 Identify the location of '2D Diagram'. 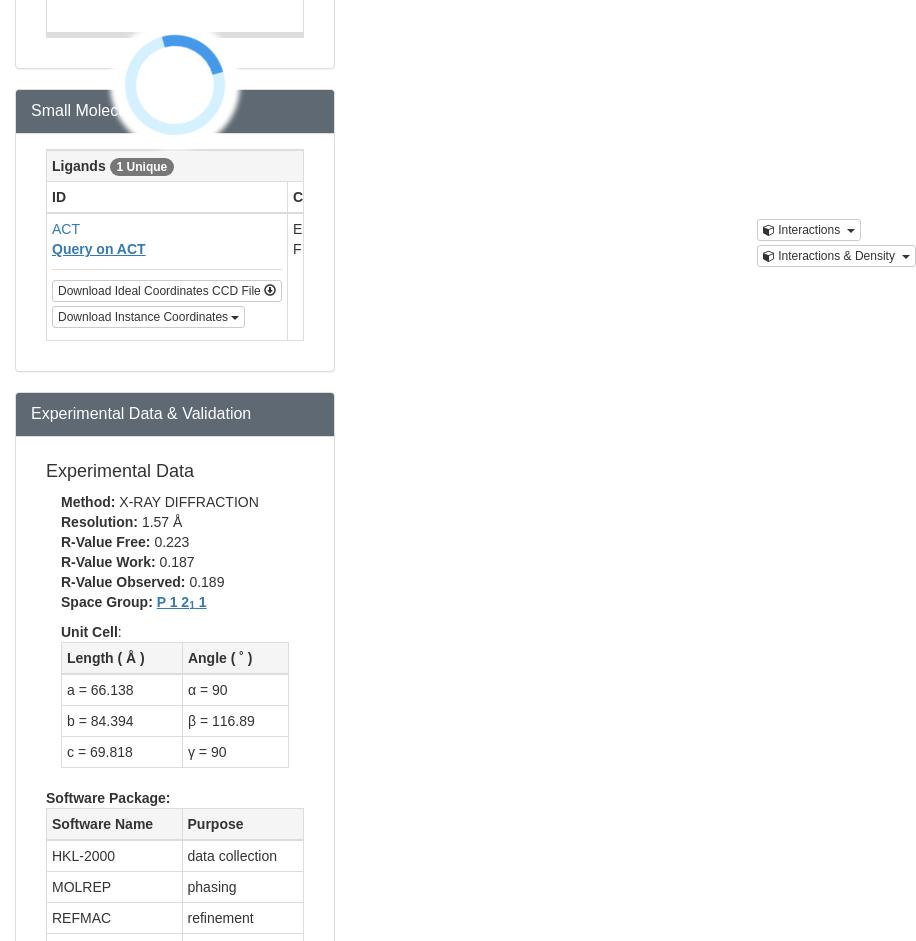
(667, 197).